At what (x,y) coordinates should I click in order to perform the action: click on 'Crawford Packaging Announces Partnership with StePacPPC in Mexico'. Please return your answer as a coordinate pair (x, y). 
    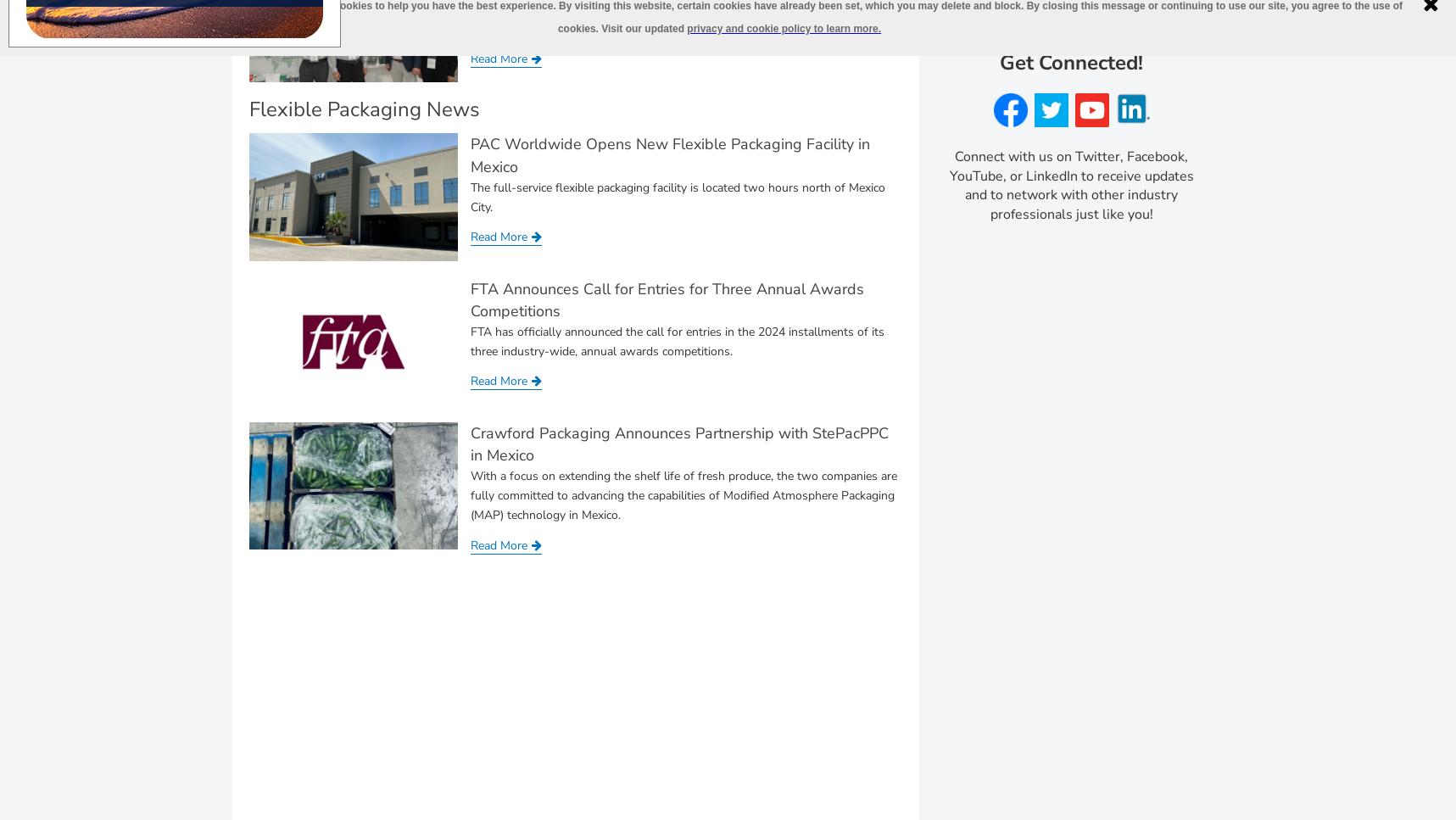
    Looking at the image, I should click on (678, 444).